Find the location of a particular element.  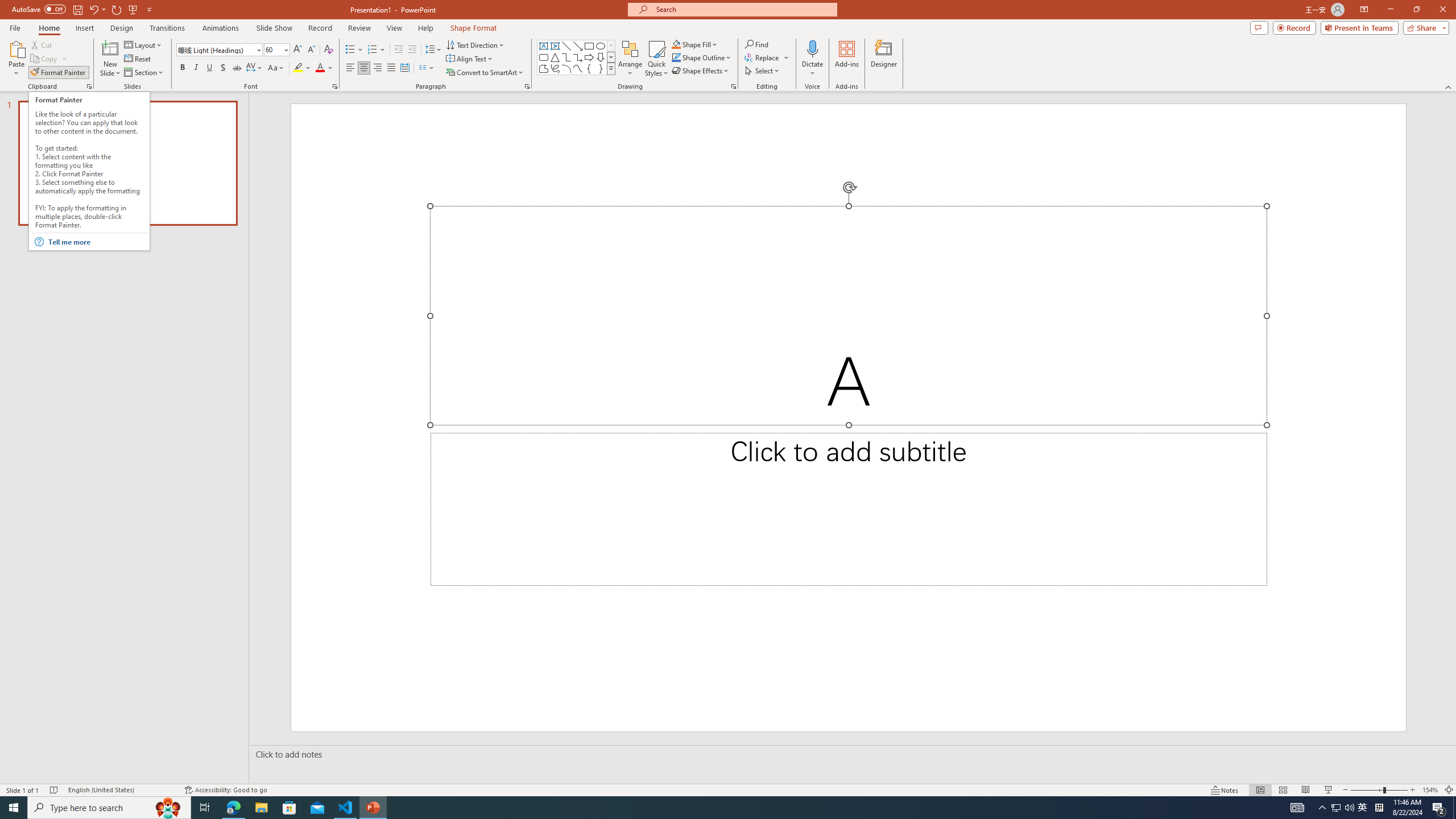

'Find...' is located at coordinates (756, 44).